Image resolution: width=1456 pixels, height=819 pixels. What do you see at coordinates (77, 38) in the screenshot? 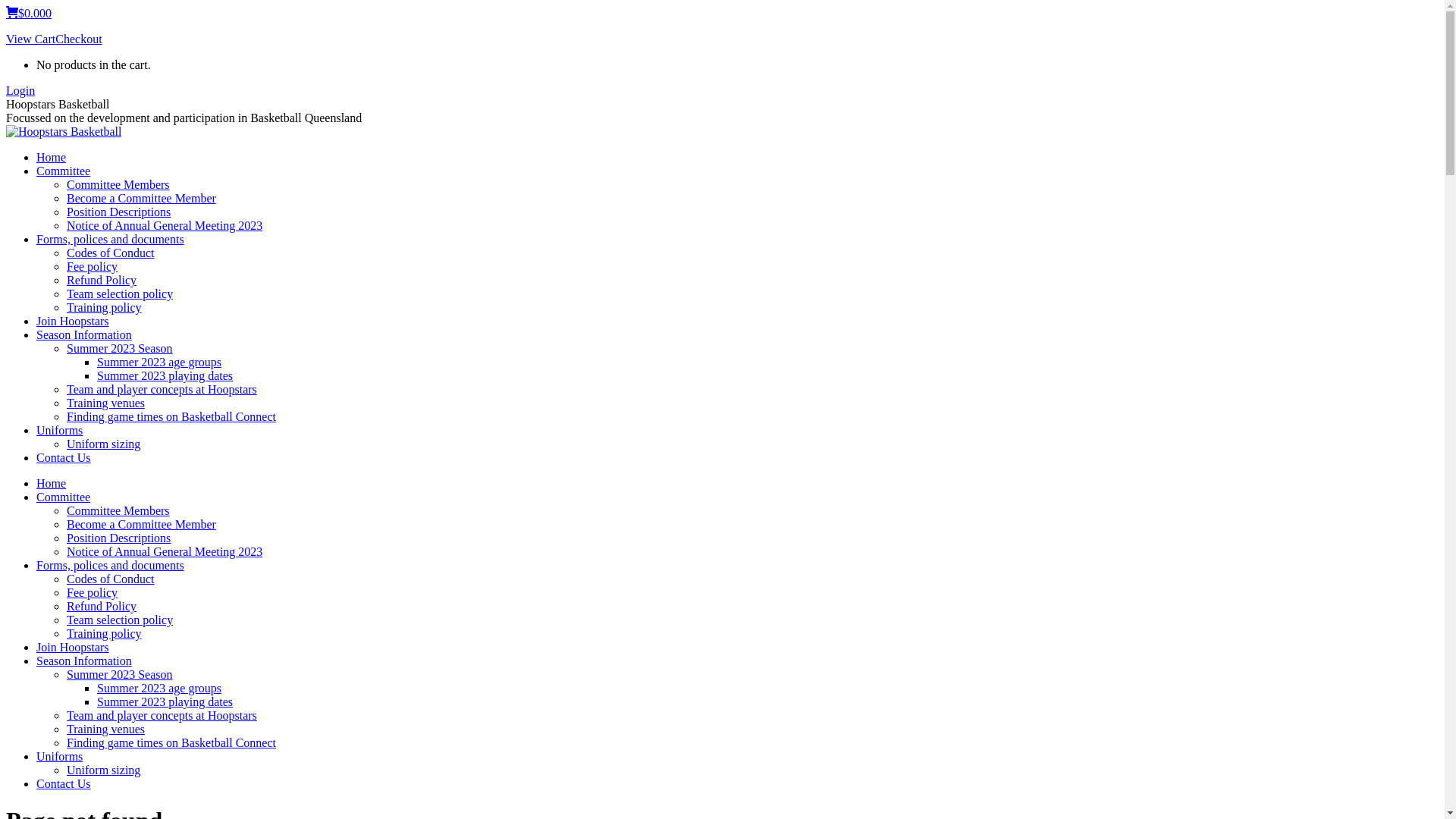
I see `'Checkout'` at bounding box center [77, 38].